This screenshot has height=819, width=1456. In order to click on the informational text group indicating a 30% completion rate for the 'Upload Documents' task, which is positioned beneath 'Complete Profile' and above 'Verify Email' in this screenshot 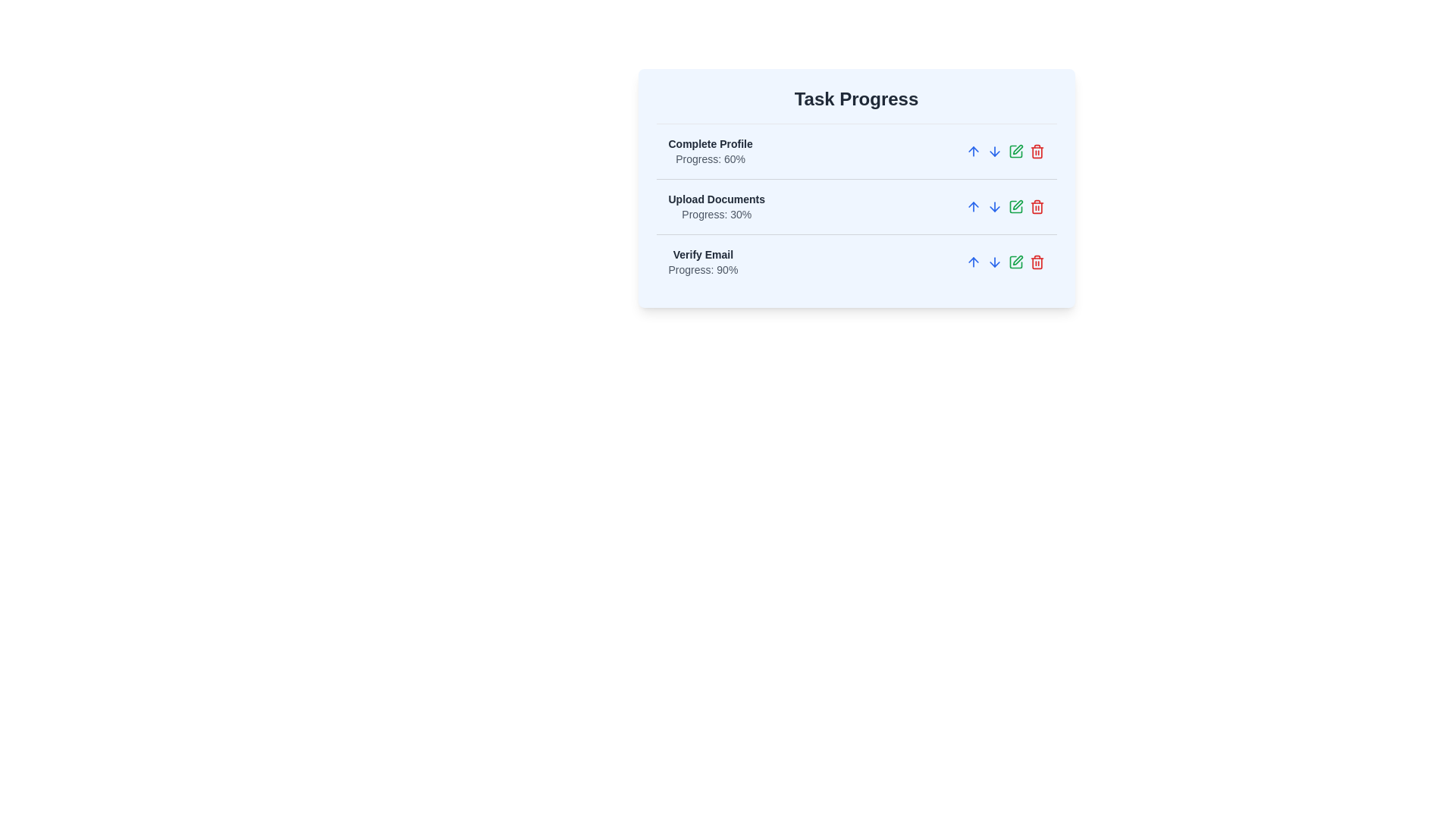, I will do `click(716, 207)`.